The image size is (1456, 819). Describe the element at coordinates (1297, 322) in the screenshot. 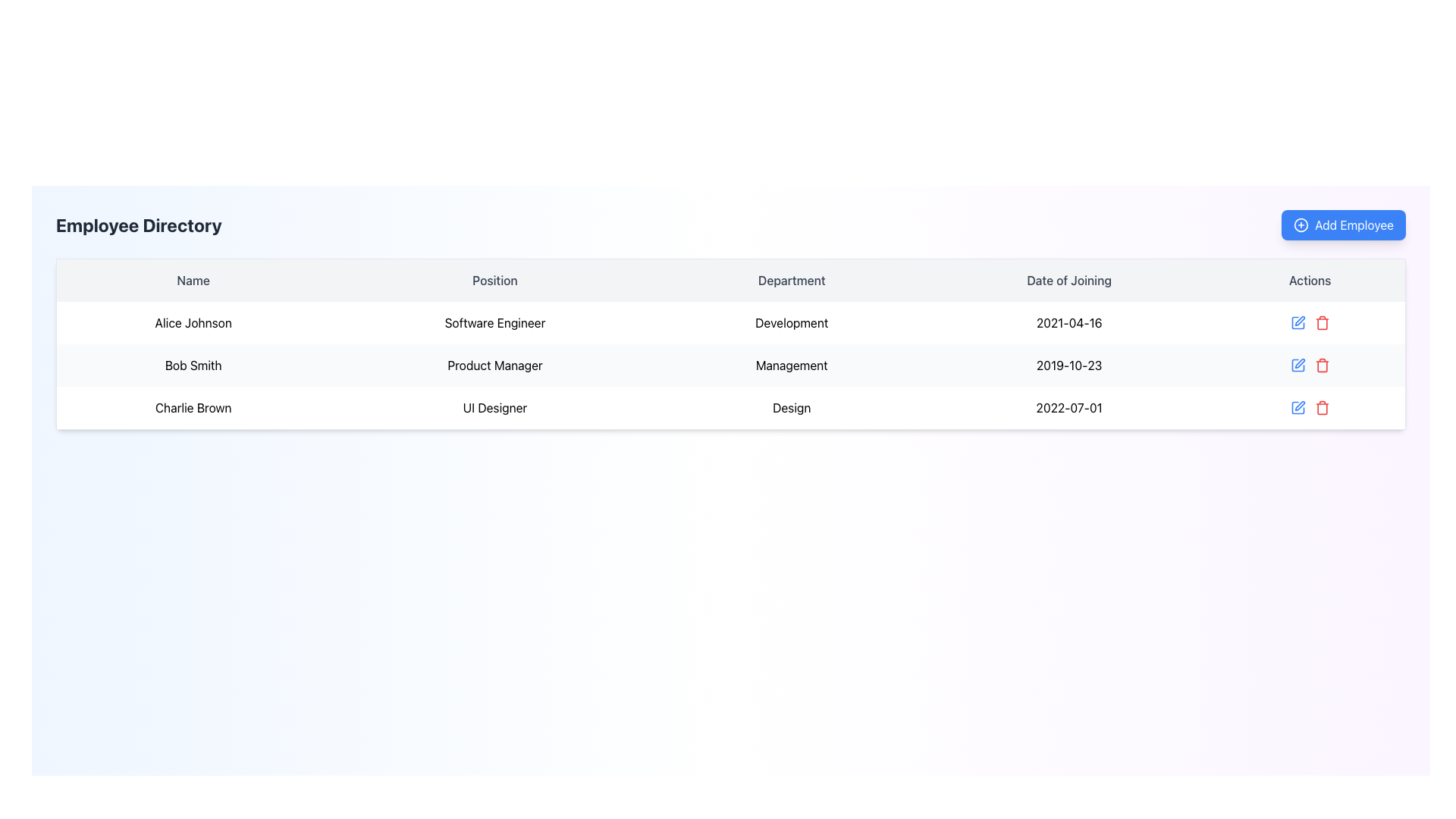

I see `the edit icon button located in the 'Actions' column of the first row in the table, which allows users to modify details related to the corresponding entry` at that location.